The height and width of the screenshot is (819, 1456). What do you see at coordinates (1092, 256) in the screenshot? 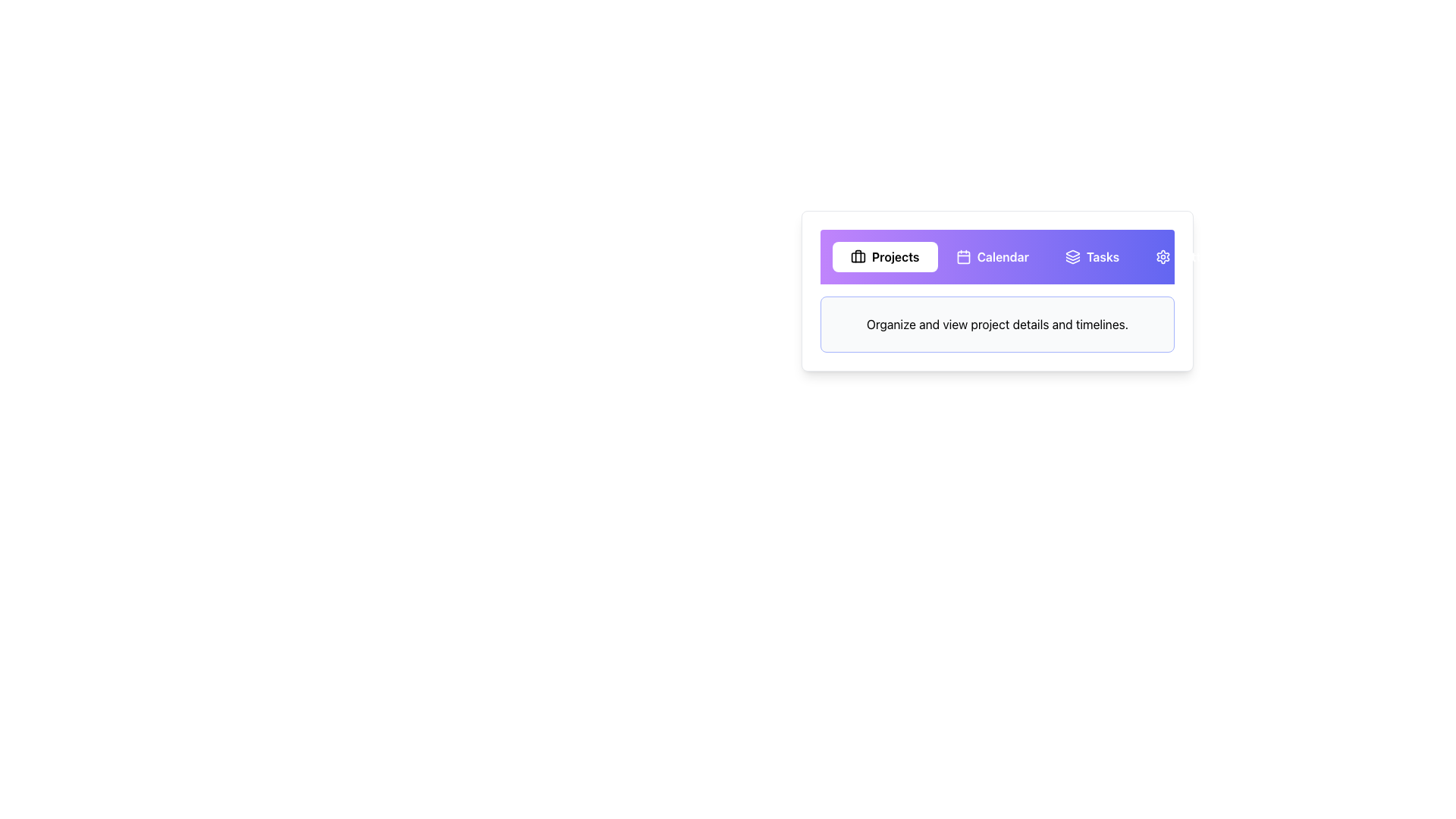
I see `the 'Tasks' button with a purple background and white text` at bounding box center [1092, 256].